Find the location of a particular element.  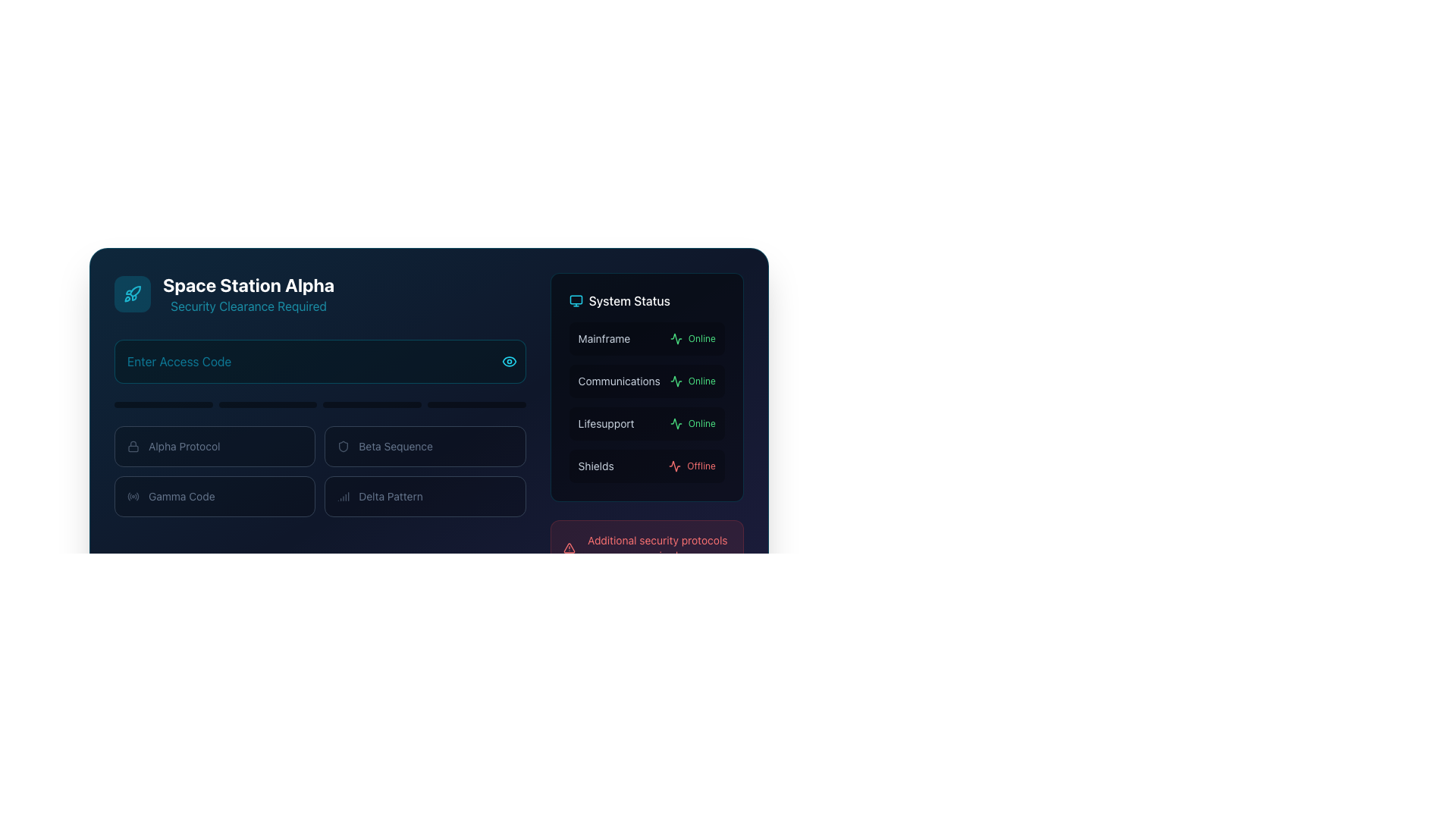

the centrally positioned progress bar, which is the third among four similar horizontal bars, featuring a dark background and rounded edges is located at coordinates (372, 403).